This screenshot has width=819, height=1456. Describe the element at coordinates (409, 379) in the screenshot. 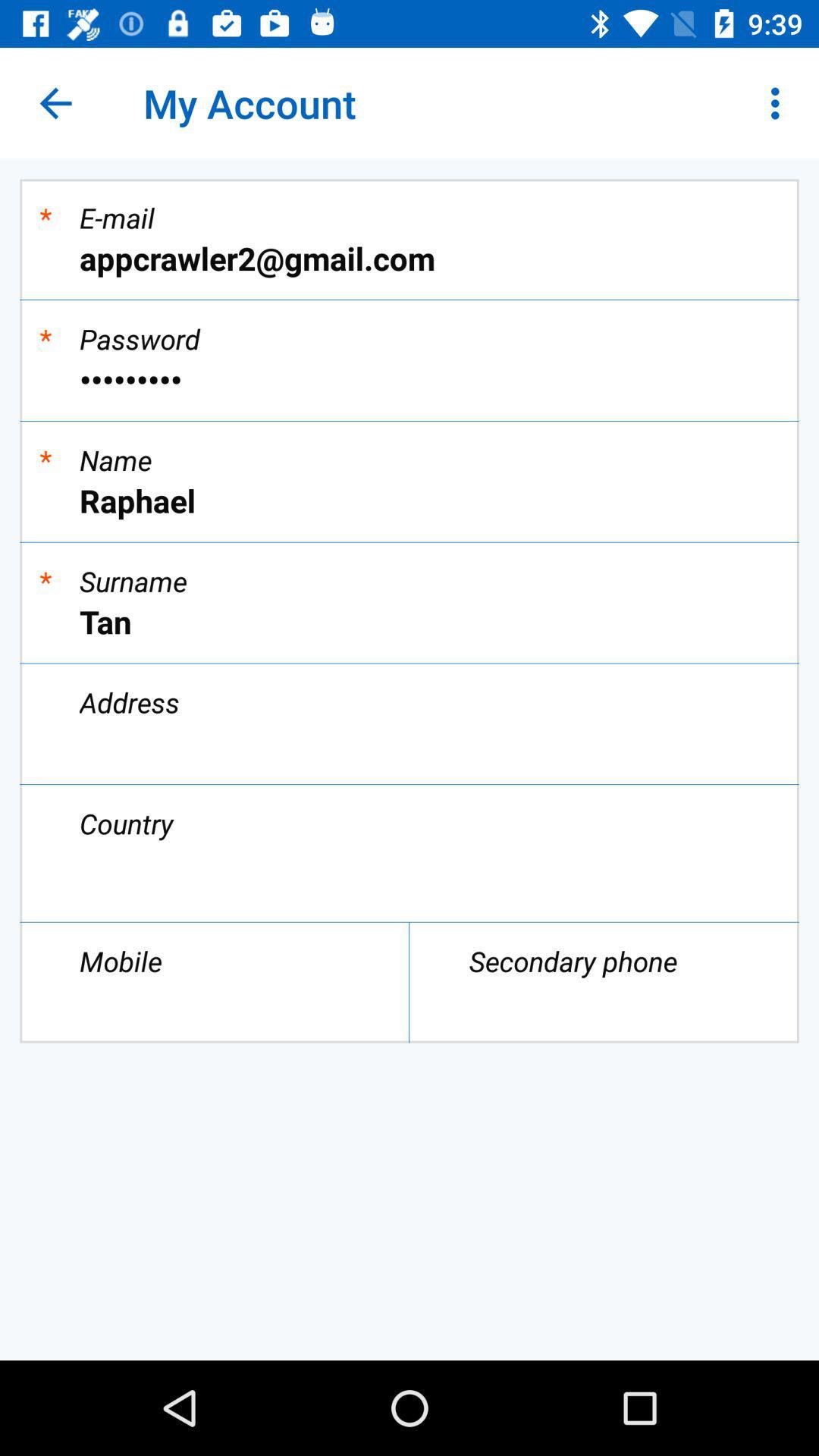

I see `item below * icon` at that location.